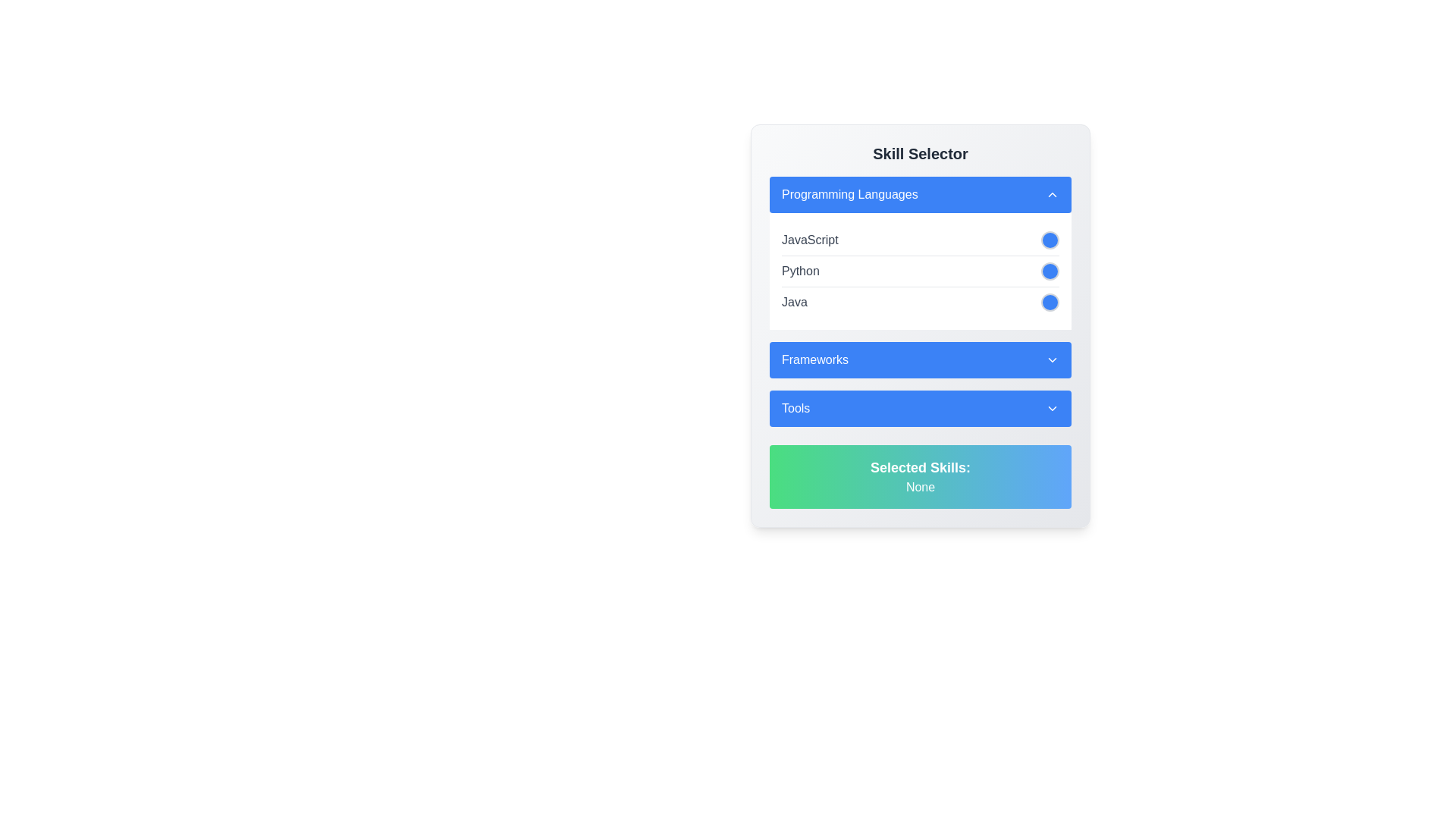  Describe the element at coordinates (920, 301) in the screenshot. I see `the toggle button` at that location.